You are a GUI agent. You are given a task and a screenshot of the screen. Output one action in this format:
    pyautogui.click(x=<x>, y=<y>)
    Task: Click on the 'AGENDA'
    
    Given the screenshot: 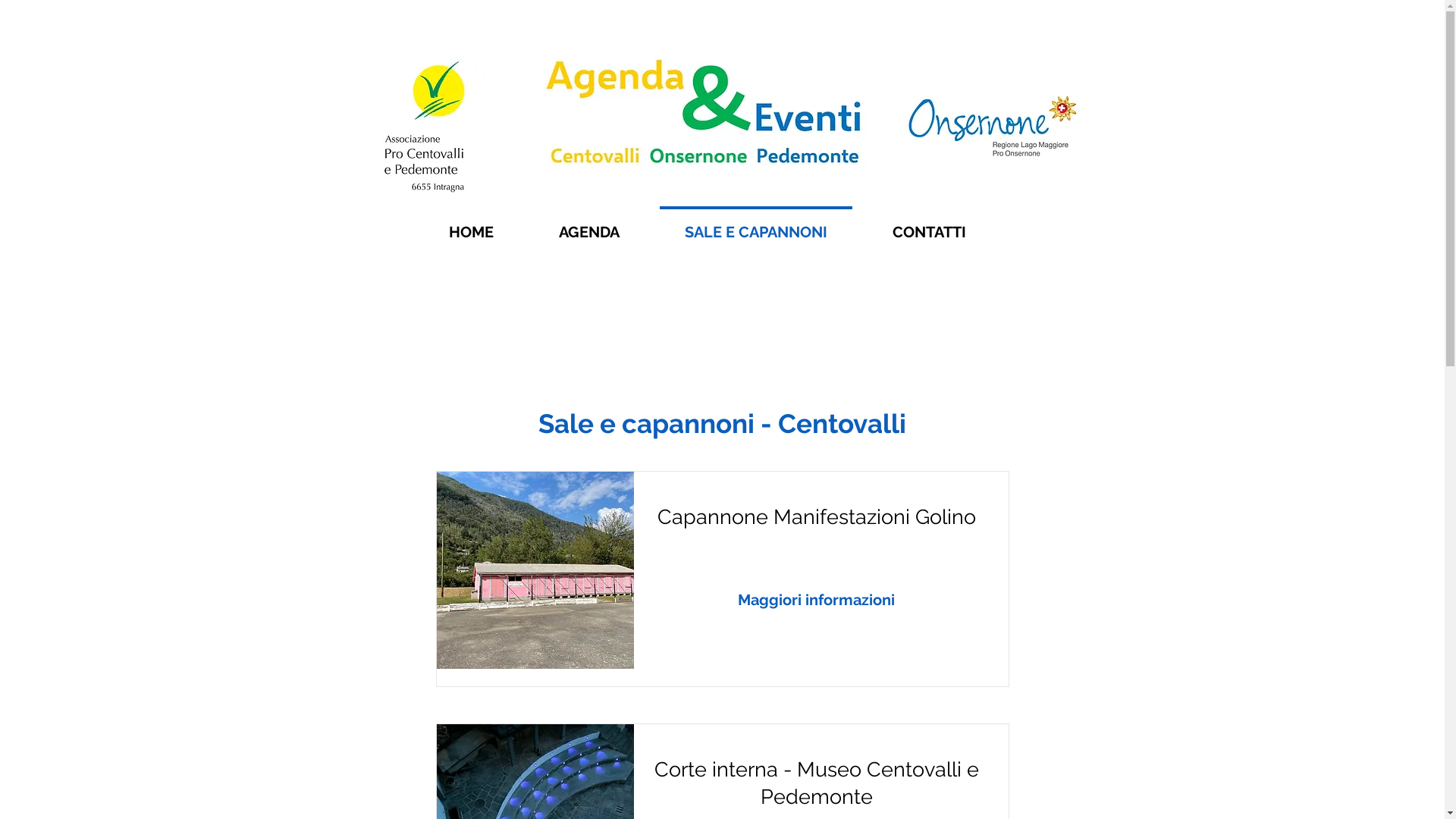 What is the action you would take?
    pyautogui.click(x=526, y=225)
    